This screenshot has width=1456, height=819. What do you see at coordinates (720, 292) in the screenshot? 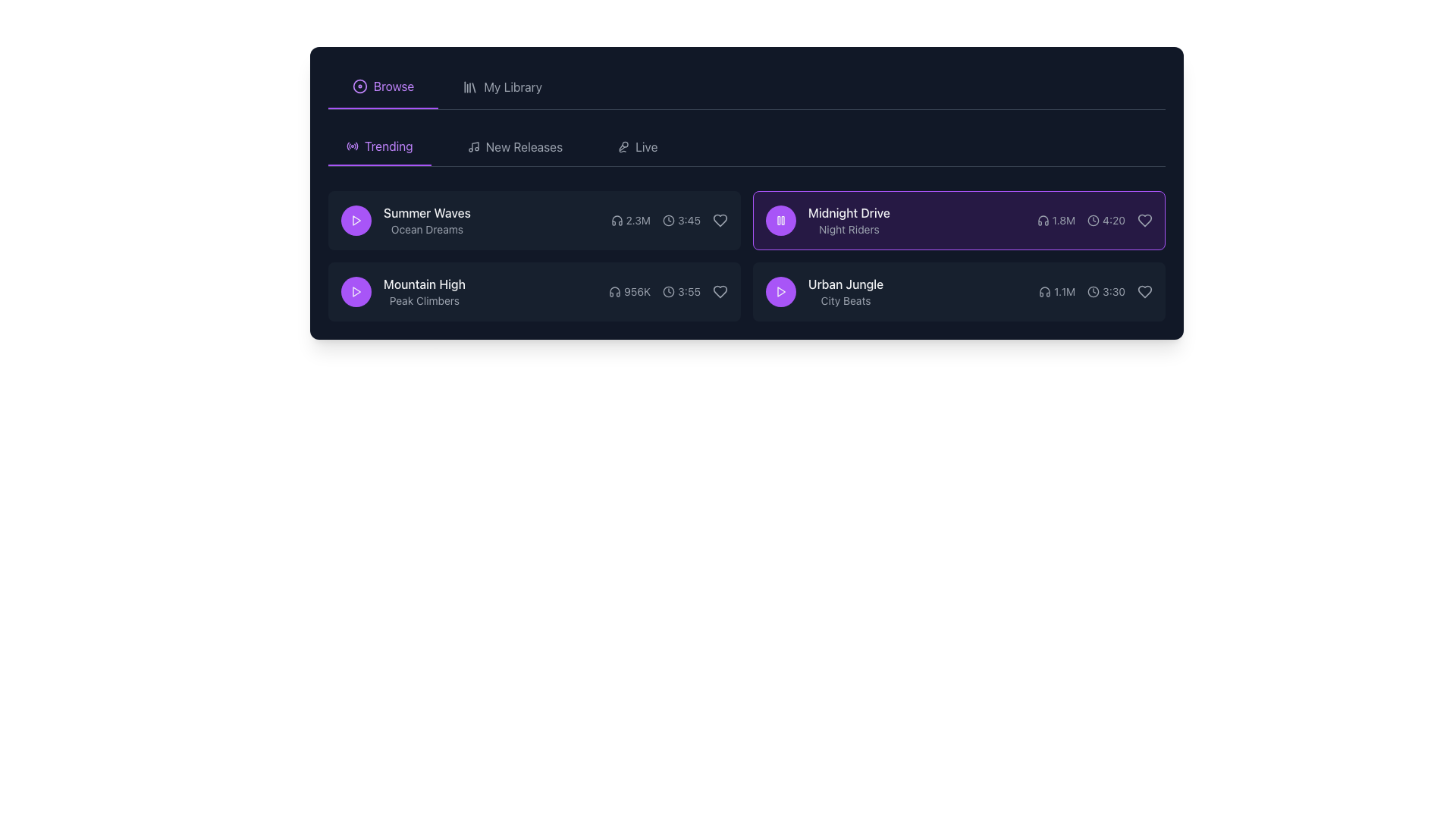
I see `the heart icon button associated with the item 'Mountain High' by 'Peak Climbers'` at bounding box center [720, 292].